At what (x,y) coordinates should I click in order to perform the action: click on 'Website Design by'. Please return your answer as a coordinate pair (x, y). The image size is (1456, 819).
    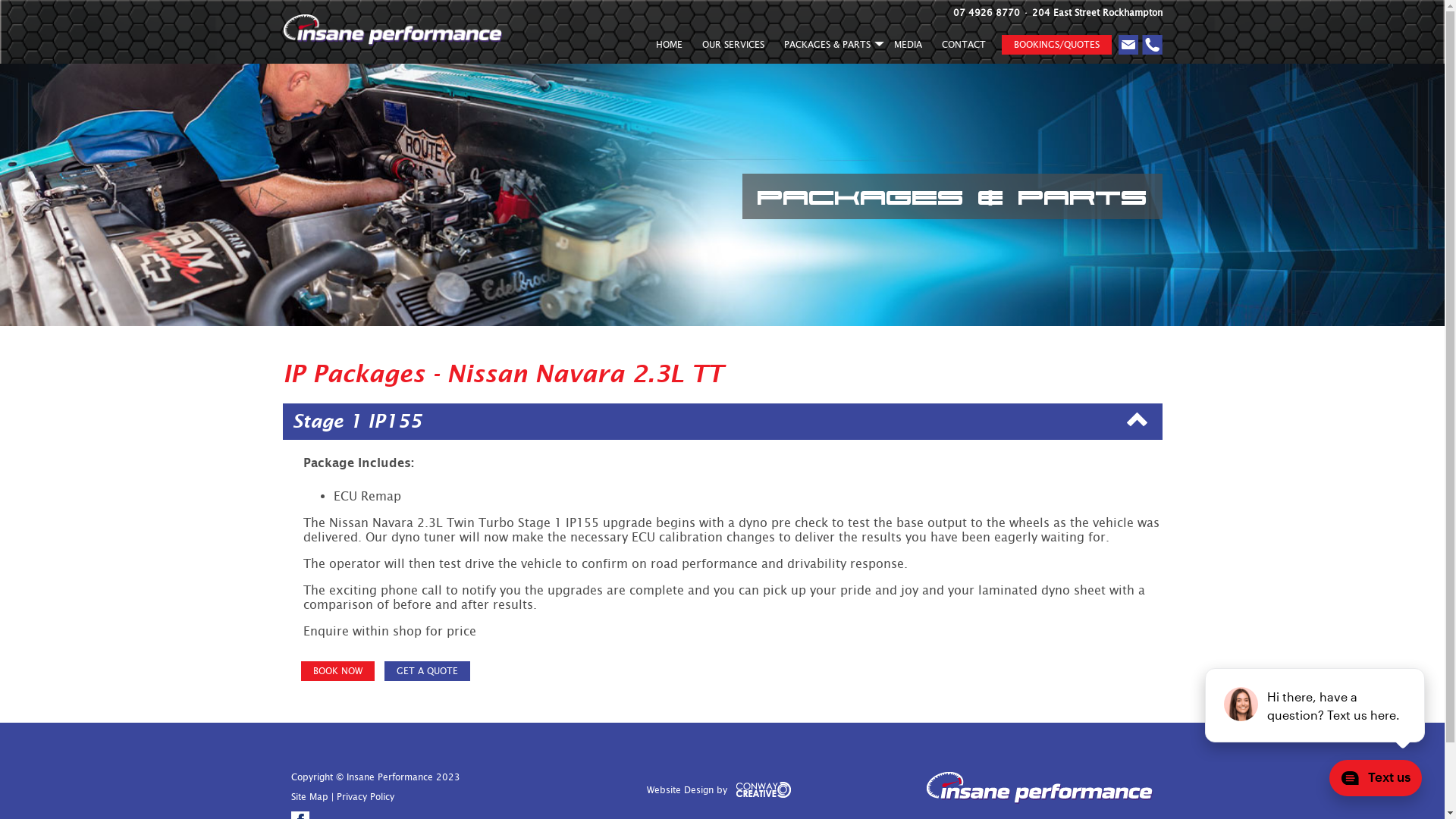
    Looking at the image, I should click on (651, 794).